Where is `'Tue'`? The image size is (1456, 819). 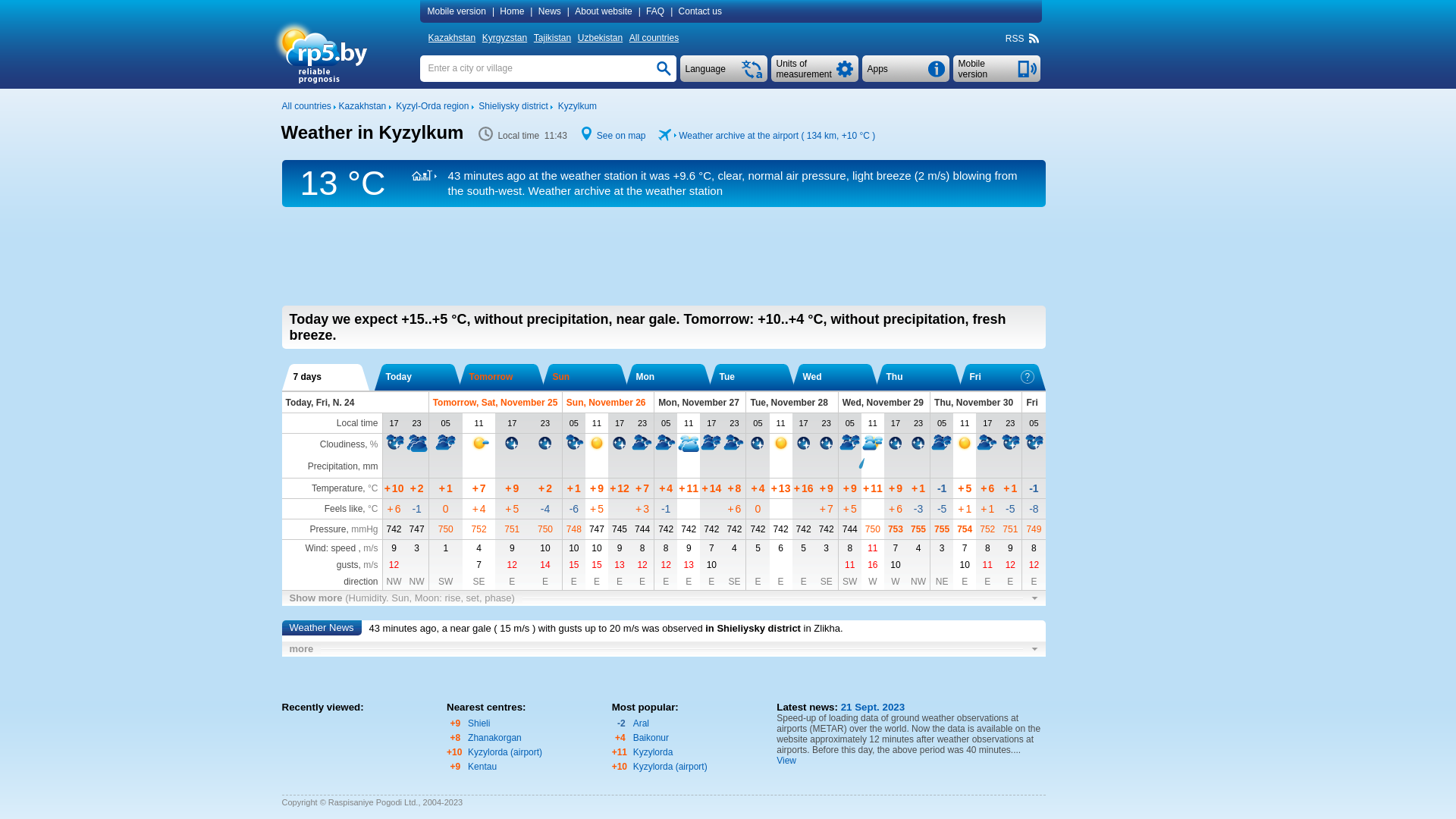 'Tue' is located at coordinates (718, 376).